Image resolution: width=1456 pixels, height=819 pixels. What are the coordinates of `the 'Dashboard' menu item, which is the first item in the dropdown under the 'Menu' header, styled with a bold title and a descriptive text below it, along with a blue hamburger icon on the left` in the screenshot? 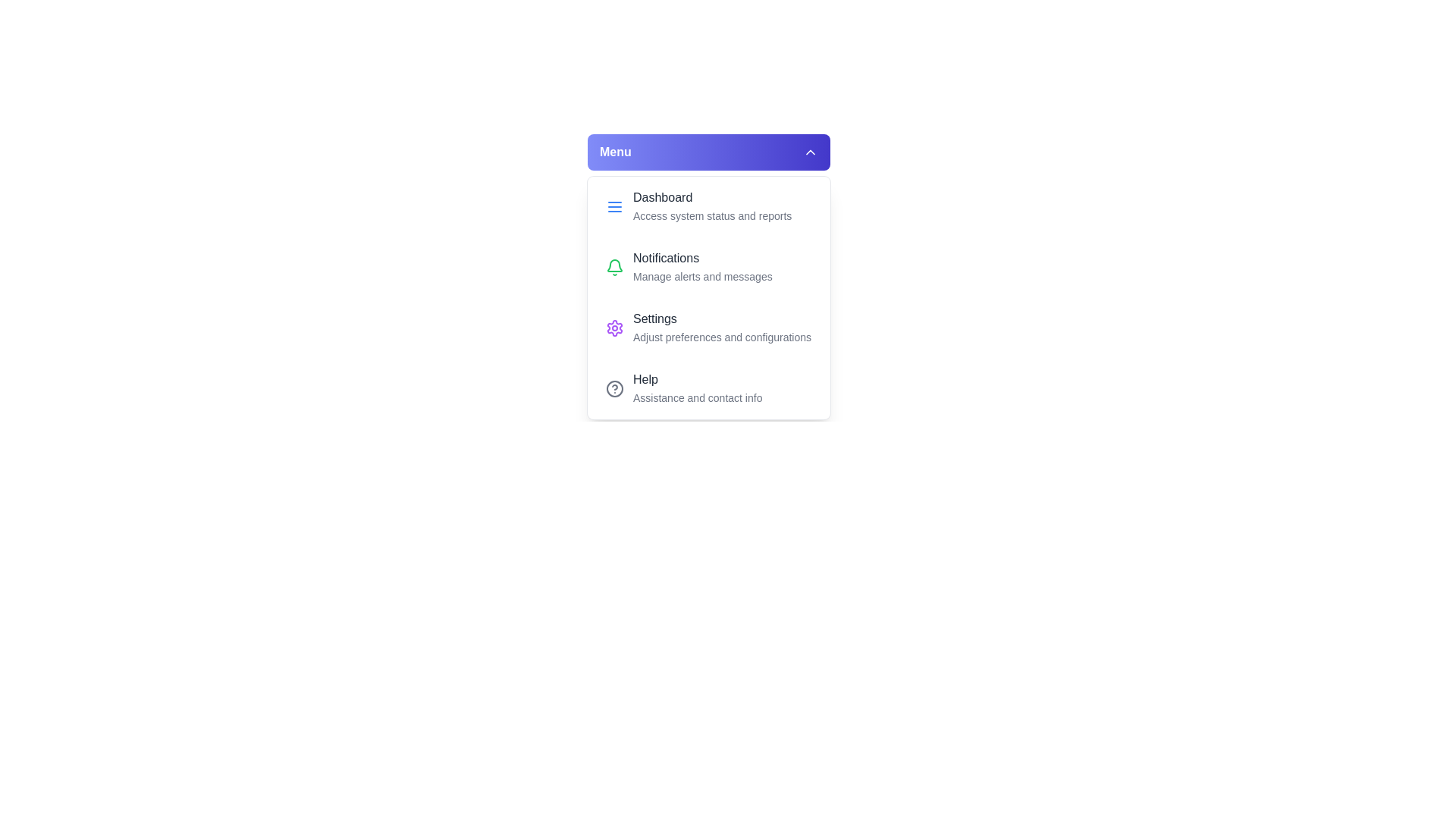 It's located at (708, 207).